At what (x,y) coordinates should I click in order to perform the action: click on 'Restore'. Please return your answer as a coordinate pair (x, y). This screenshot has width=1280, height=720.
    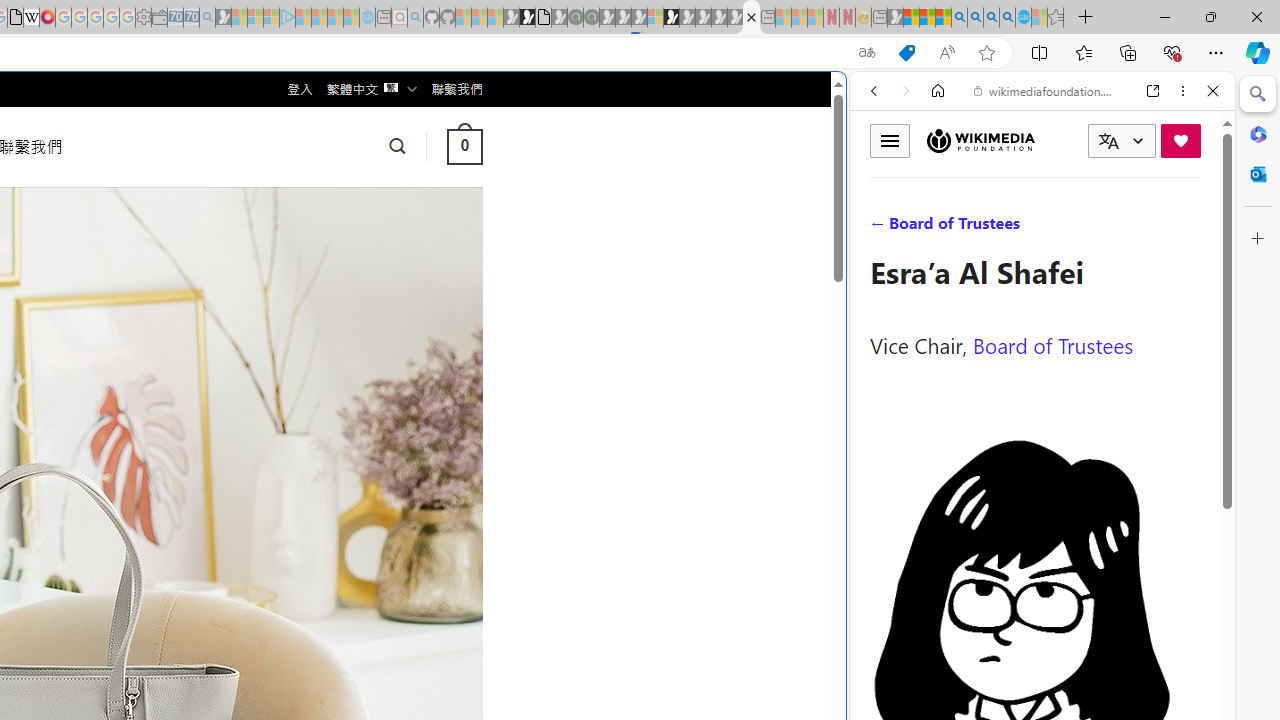
    Looking at the image, I should click on (1209, 16).